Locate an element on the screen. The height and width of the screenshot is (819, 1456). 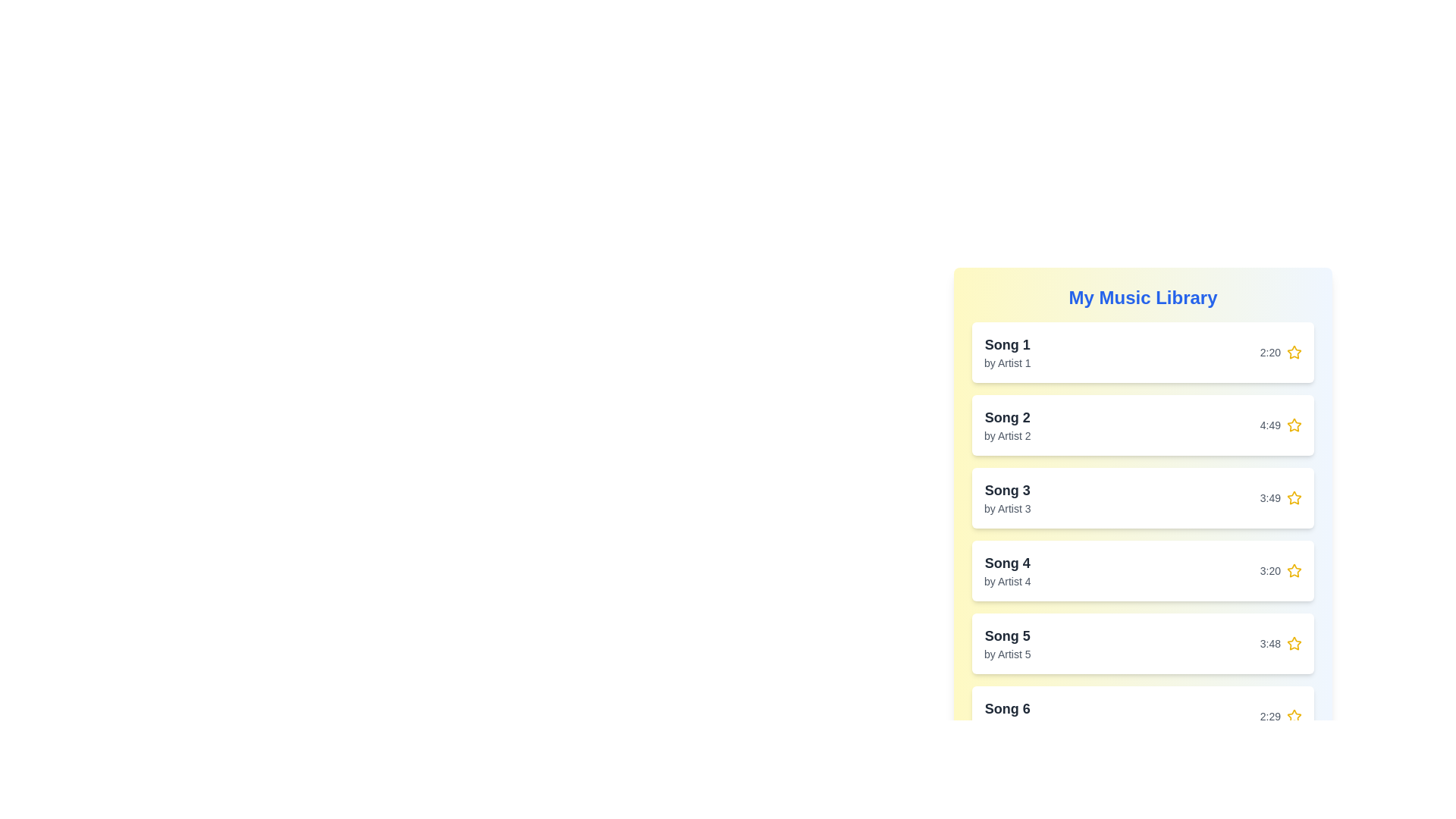
the static text label displaying 'by Artist 5' located below the title 'Song 5' in the 'My Music Library' panel is located at coordinates (1007, 654).